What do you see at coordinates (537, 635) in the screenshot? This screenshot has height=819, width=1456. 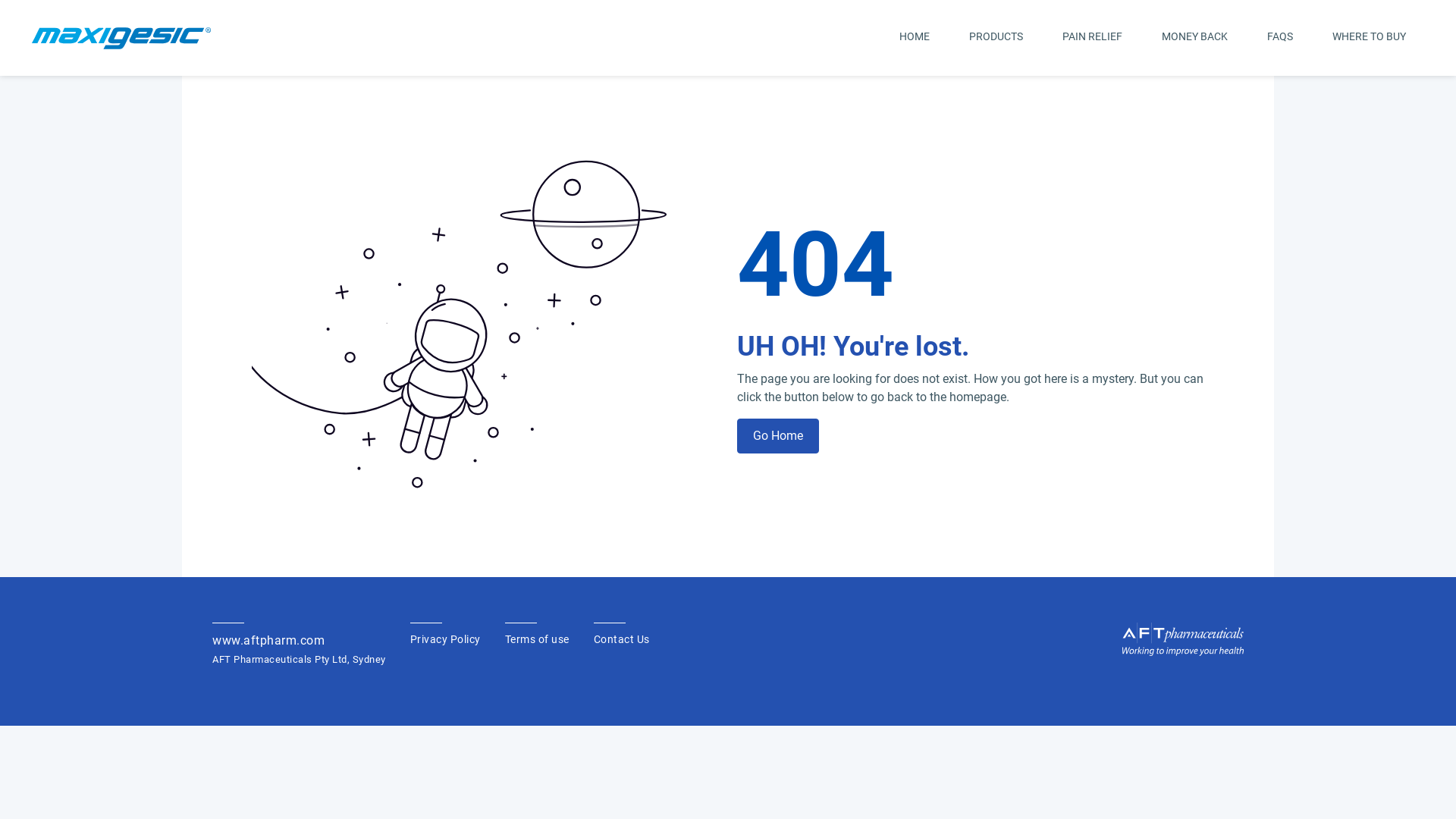 I see `'Terms of use'` at bounding box center [537, 635].